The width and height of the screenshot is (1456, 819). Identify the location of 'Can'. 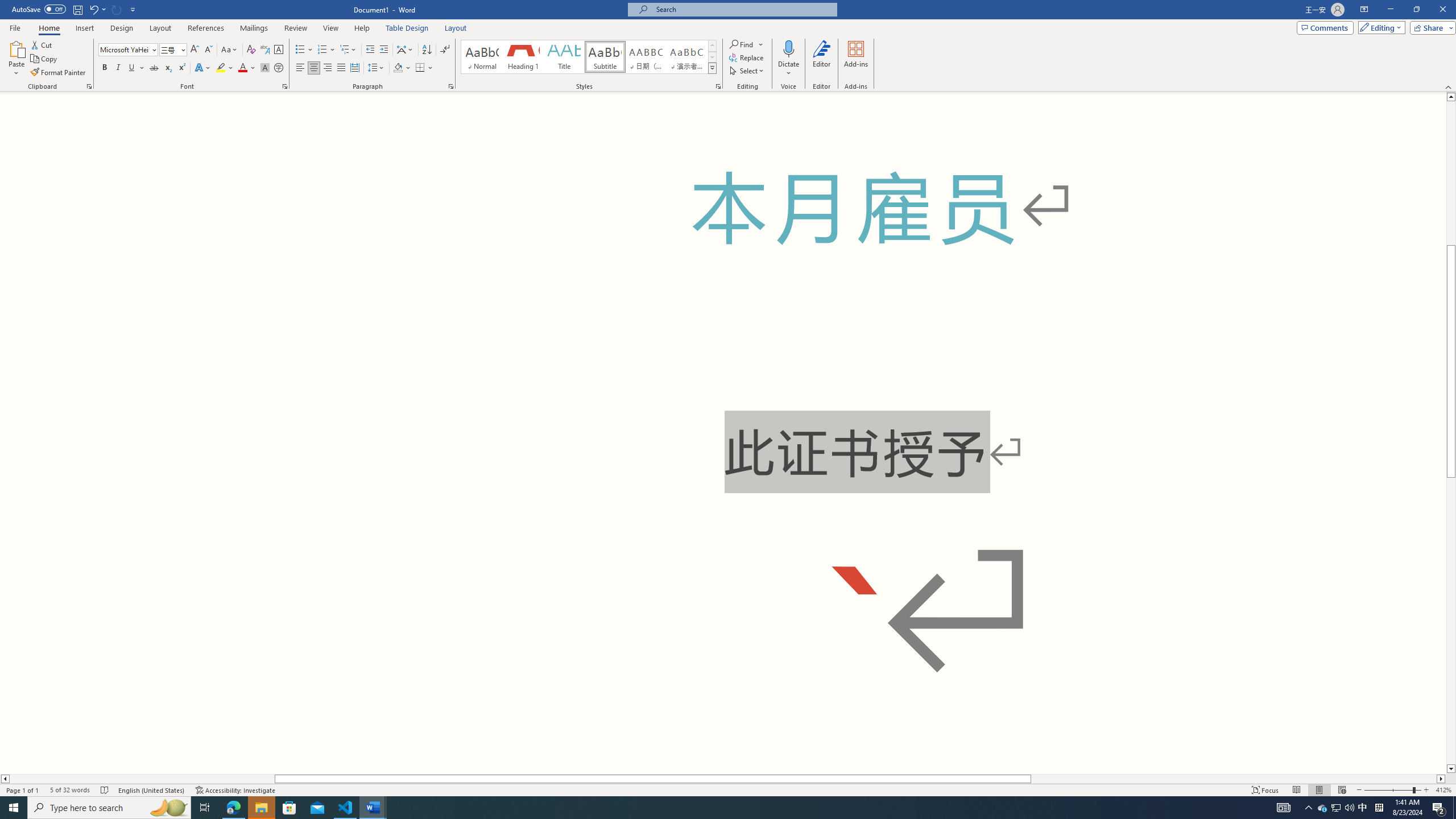
(117, 9).